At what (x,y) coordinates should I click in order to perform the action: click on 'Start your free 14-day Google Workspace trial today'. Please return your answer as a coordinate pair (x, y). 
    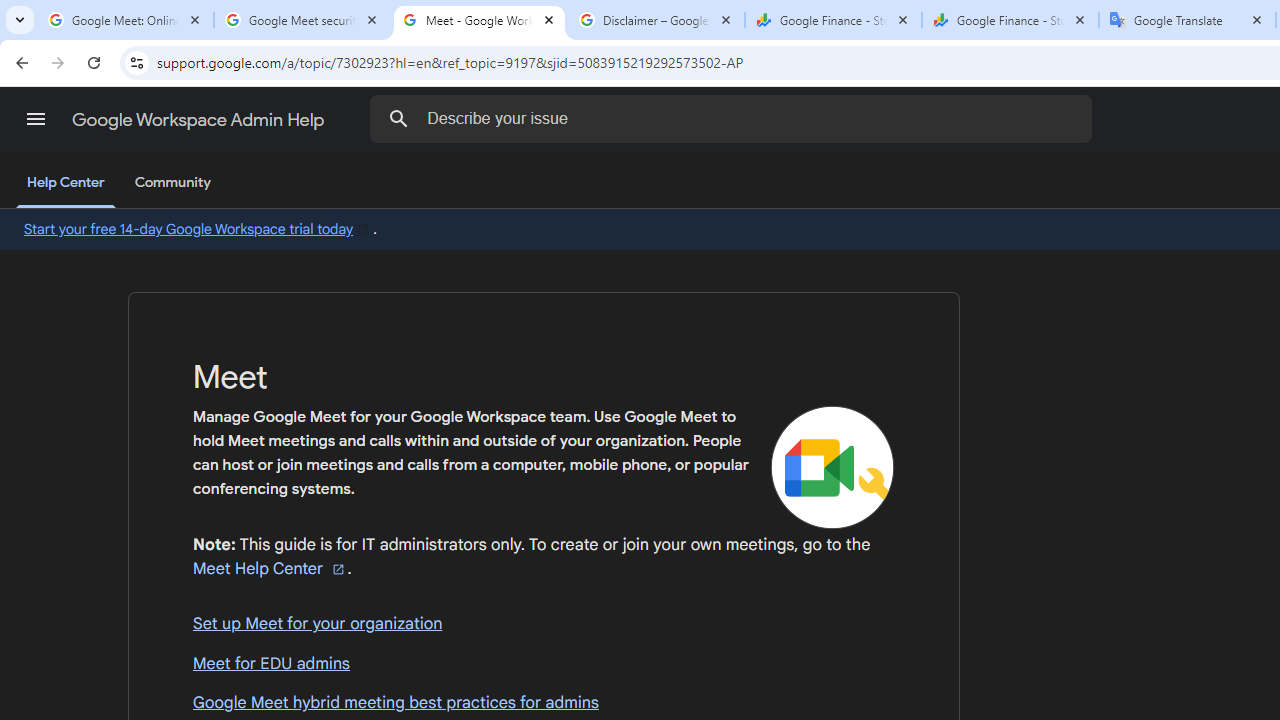
    Looking at the image, I should click on (199, 228).